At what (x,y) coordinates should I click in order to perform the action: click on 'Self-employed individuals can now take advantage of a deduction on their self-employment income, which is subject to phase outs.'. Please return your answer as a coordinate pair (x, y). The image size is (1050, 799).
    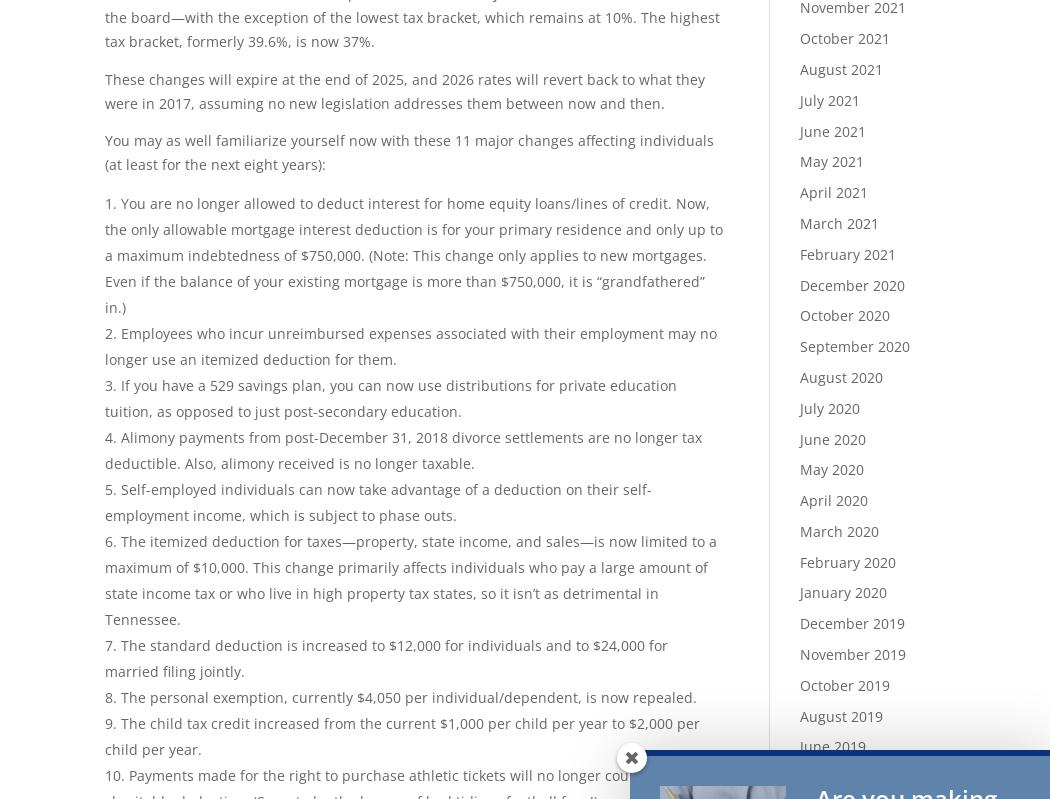
    Looking at the image, I should click on (105, 501).